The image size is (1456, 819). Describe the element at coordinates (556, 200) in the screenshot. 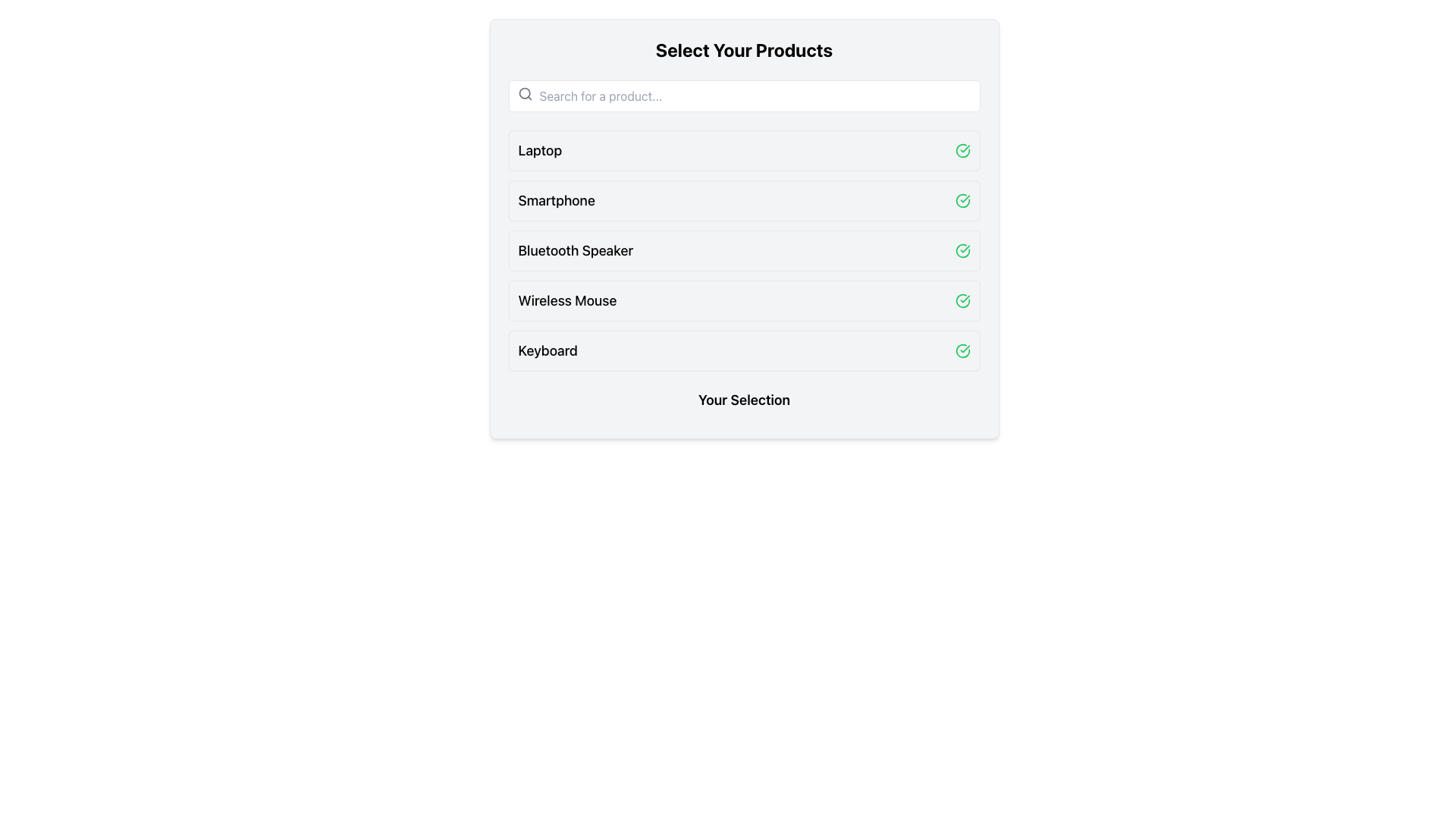

I see `the second selectable product option label located under 'Select Your Products', which is positioned between 'Laptop' and 'Bluetooth Speaker'` at that location.